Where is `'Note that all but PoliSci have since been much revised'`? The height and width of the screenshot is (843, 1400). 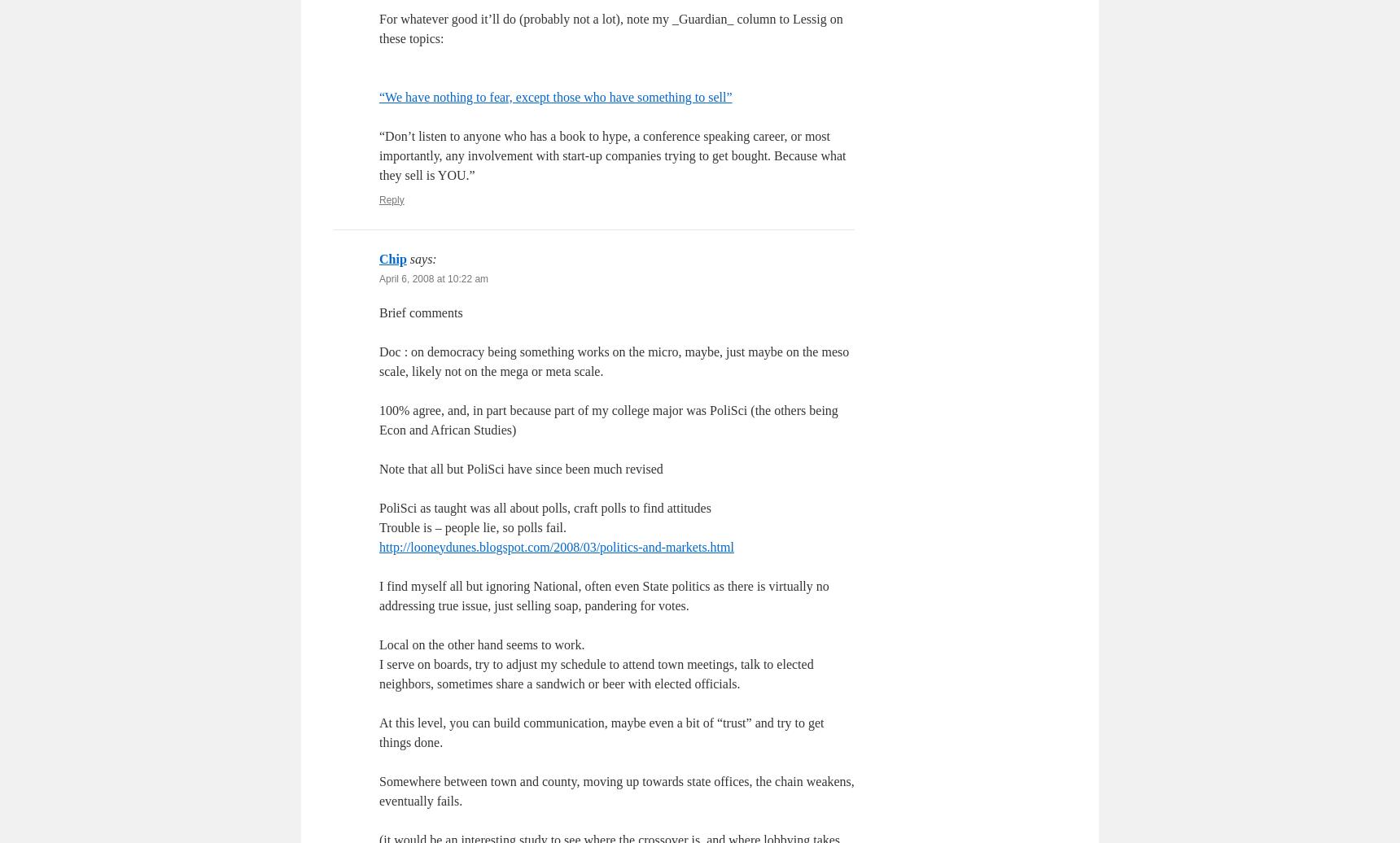
'Note that all but PoliSci have since been much revised' is located at coordinates (378, 468).